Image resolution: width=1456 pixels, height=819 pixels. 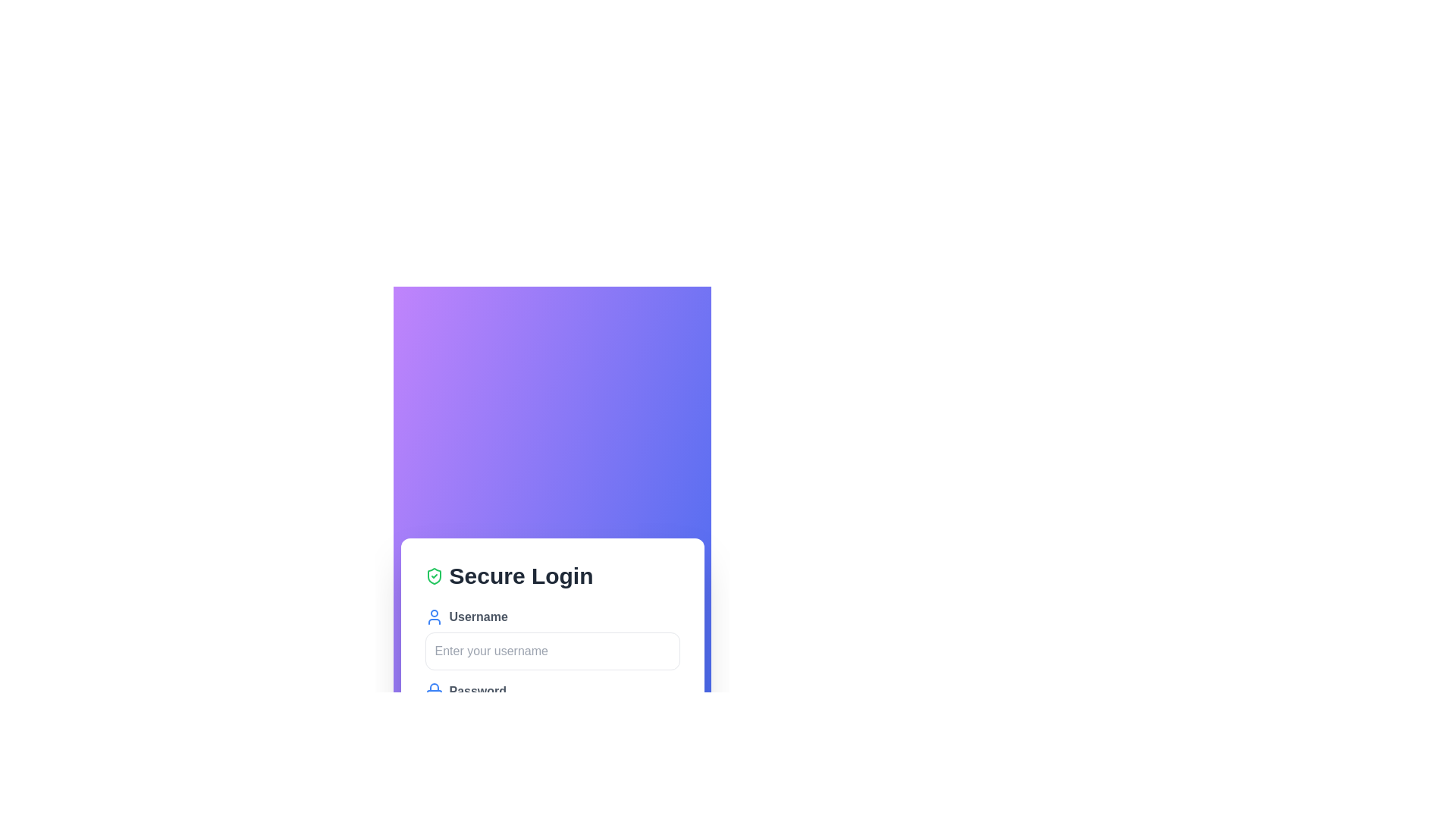 What do you see at coordinates (433, 695) in the screenshot?
I see `the lock icon component, which is a small rectangular shape with rounded corners, located adjacent to the password field labeled 'Password'` at bounding box center [433, 695].